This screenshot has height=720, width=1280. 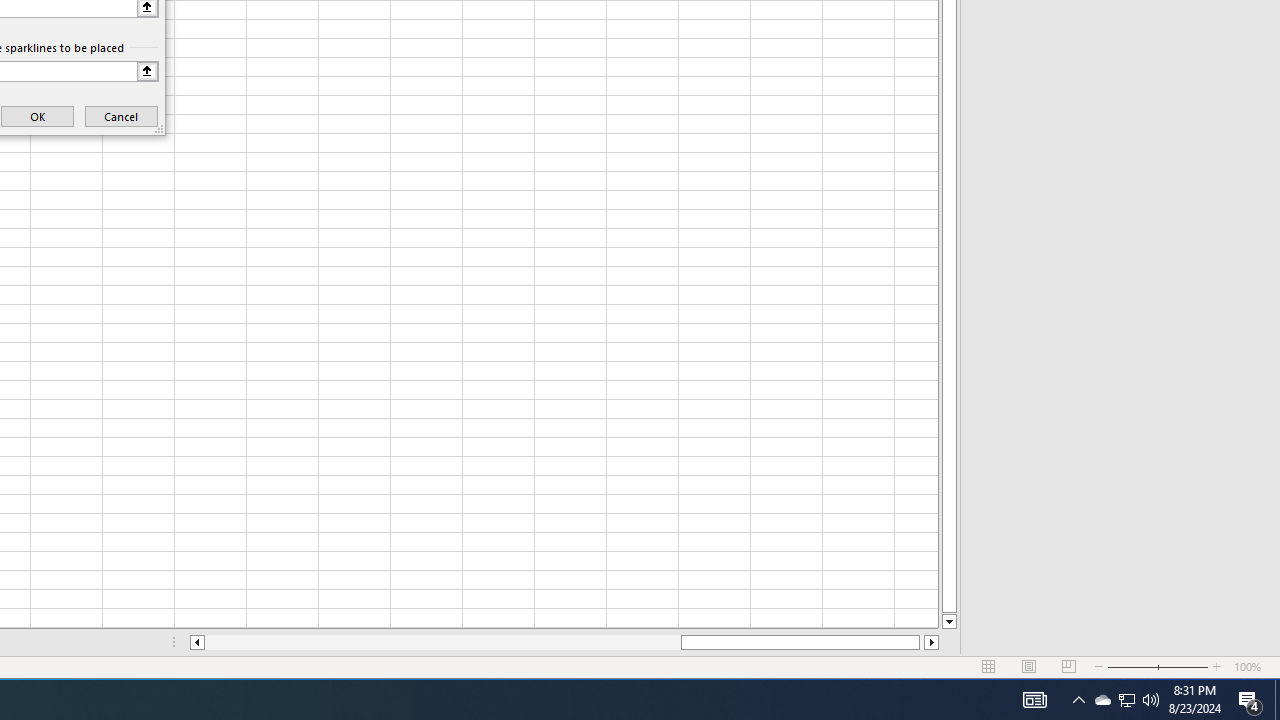 What do you see at coordinates (948, 621) in the screenshot?
I see `'Line down'` at bounding box center [948, 621].